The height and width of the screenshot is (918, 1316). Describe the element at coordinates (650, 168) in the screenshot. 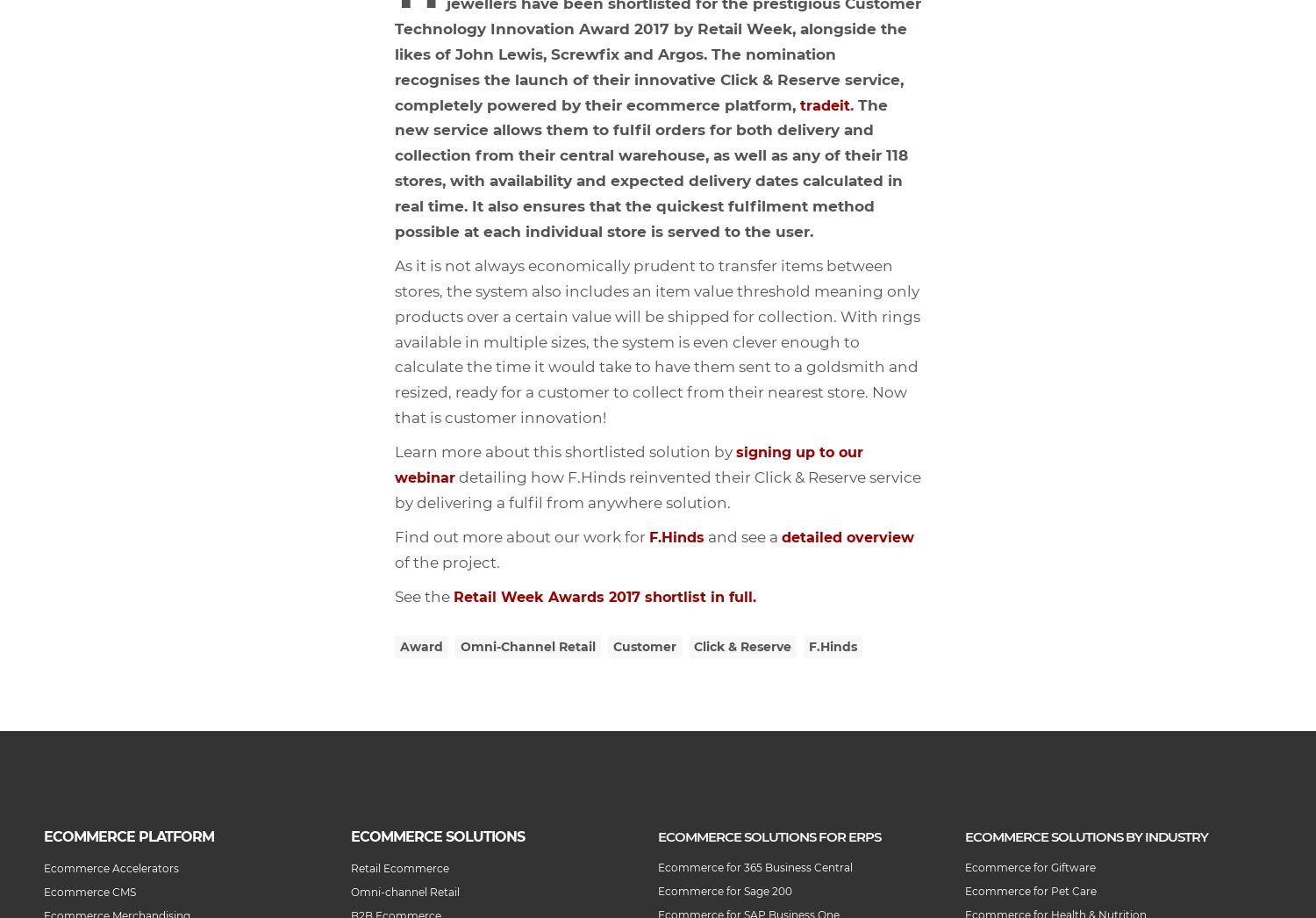

I see `'. The new service allows them to fulfil orders for both delivery and collection from their central warehouse, as well as any of their 118 stores, with availability and expected delivery dates calculated in real time. It also ensures that the quickest fulfilment method possible at each individual store is served to the user.'` at that location.